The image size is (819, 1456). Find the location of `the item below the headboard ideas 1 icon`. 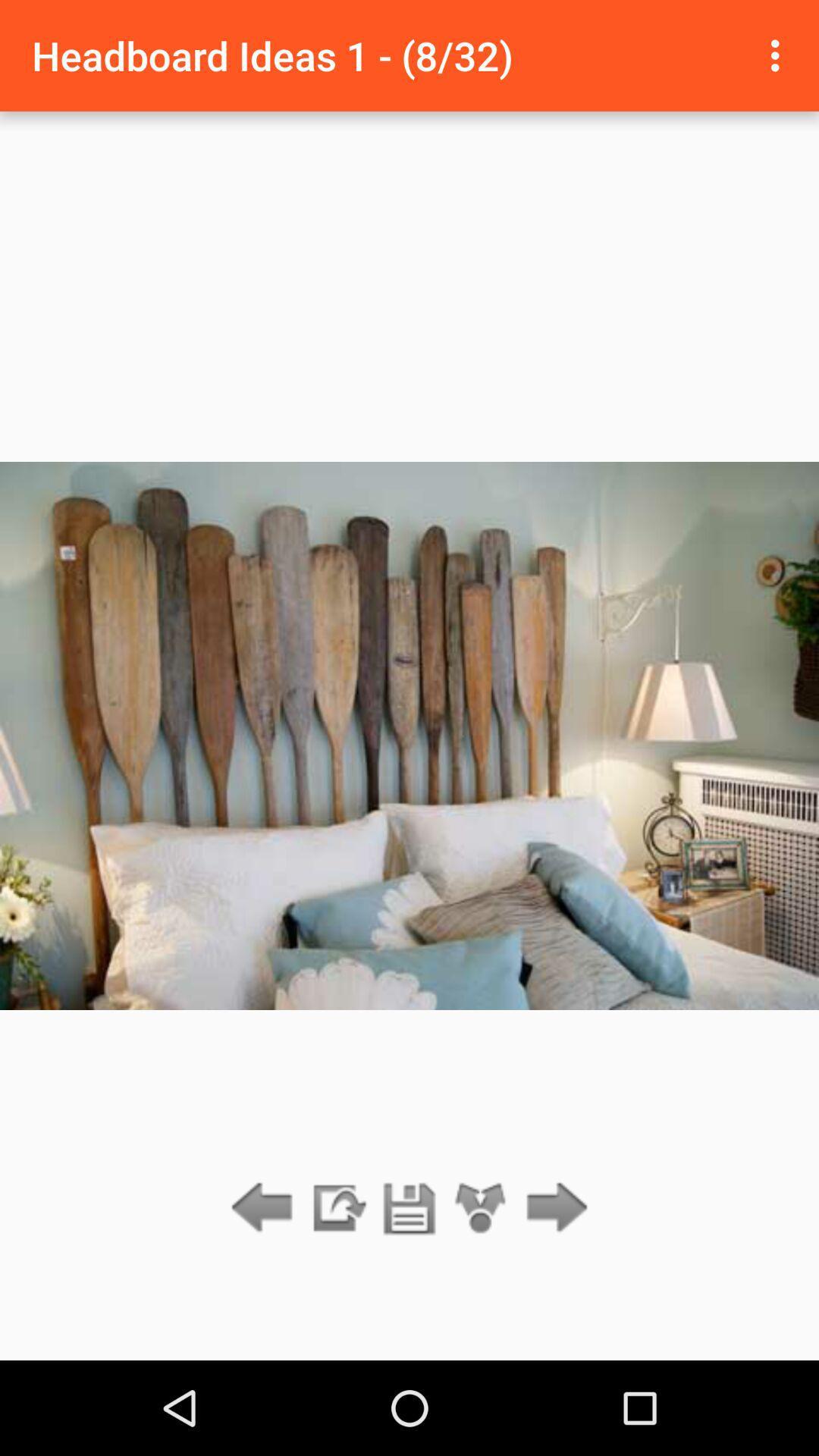

the item below the headboard ideas 1 icon is located at coordinates (409, 1208).